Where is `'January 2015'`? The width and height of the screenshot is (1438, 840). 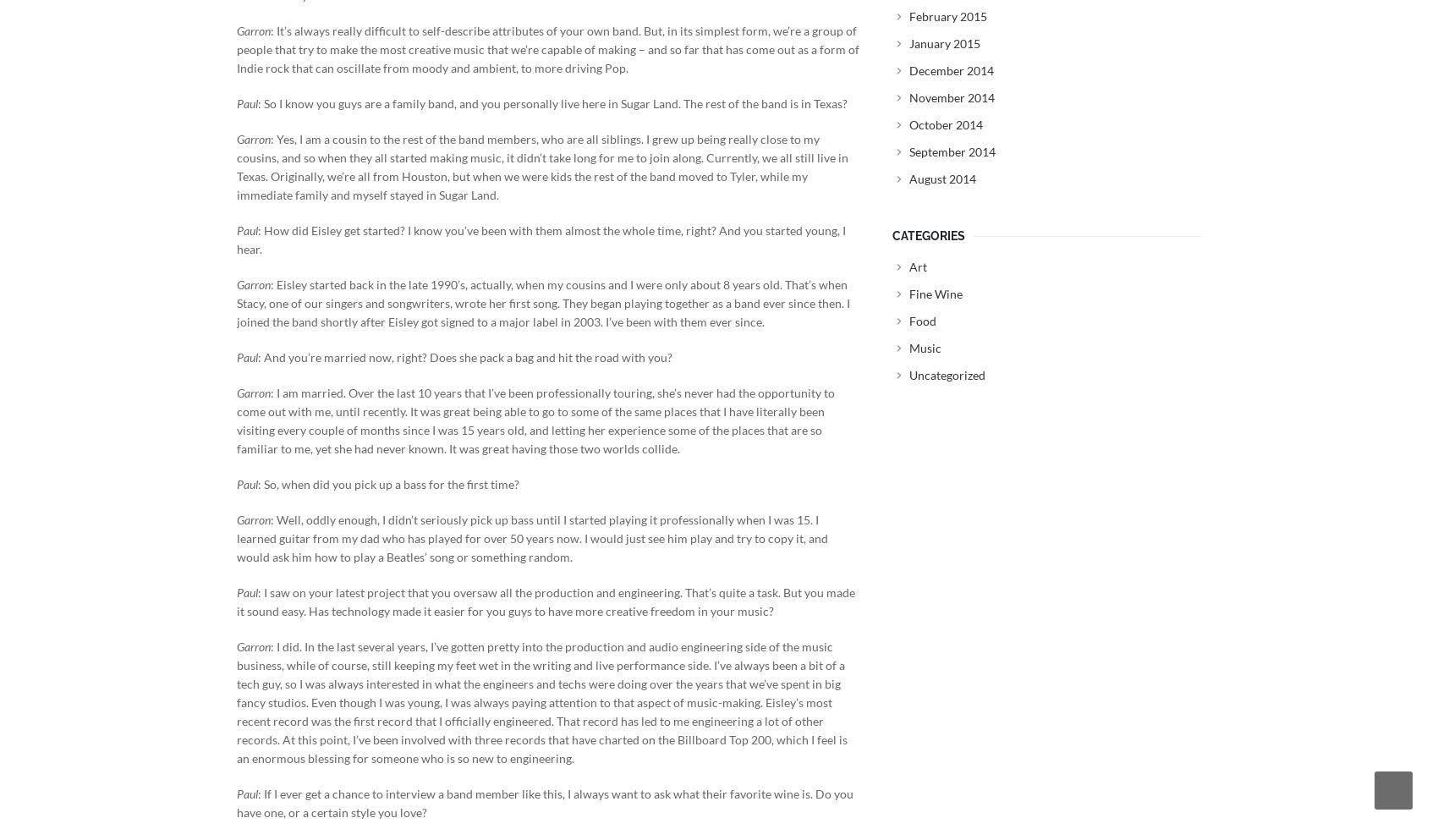
'January 2015' is located at coordinates (945, 42).